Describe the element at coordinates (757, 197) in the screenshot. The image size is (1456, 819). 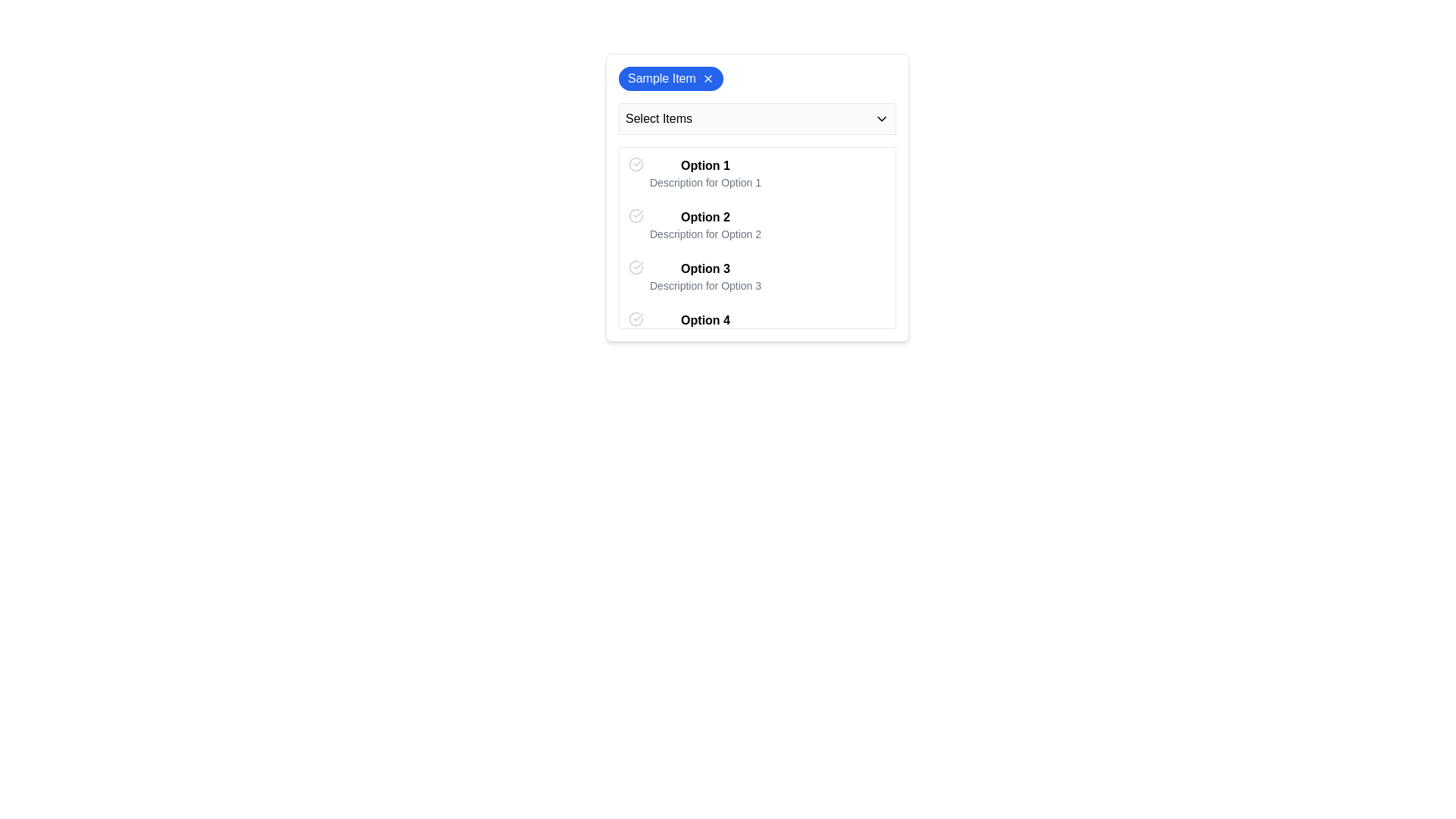
I see `to select the second option in the dropdown titled 'Select Items'` at that location.